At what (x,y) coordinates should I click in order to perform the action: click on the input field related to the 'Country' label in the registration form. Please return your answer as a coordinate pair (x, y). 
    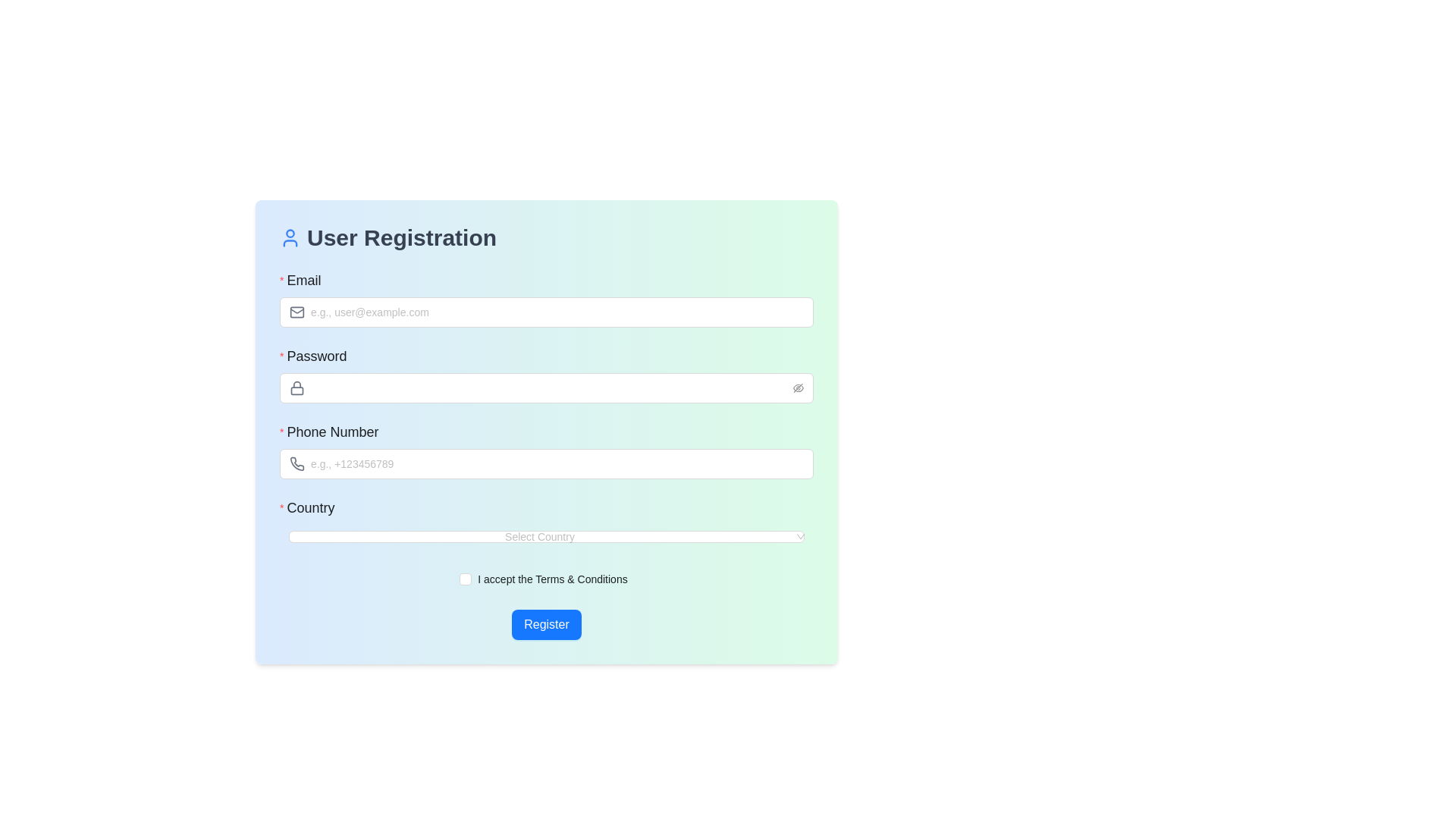
    Looking at the image, I should click on (312, 508).